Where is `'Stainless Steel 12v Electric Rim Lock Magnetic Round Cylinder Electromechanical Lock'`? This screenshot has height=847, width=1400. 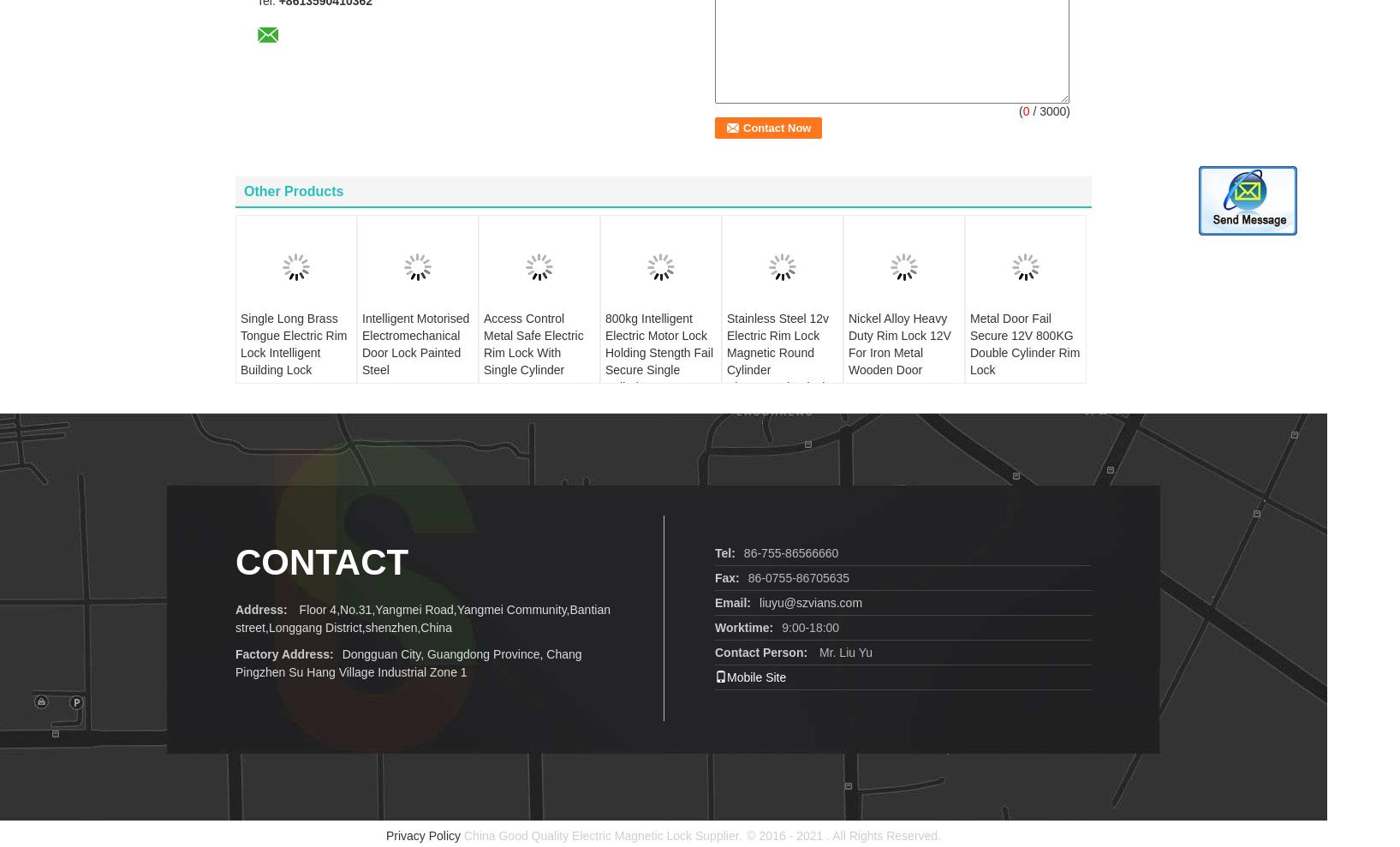
'Stainless Steel 12v Electric Rim Lock Magnetic Round Cylinder Electromechanical Lock' is located at coordinates (777, 333).